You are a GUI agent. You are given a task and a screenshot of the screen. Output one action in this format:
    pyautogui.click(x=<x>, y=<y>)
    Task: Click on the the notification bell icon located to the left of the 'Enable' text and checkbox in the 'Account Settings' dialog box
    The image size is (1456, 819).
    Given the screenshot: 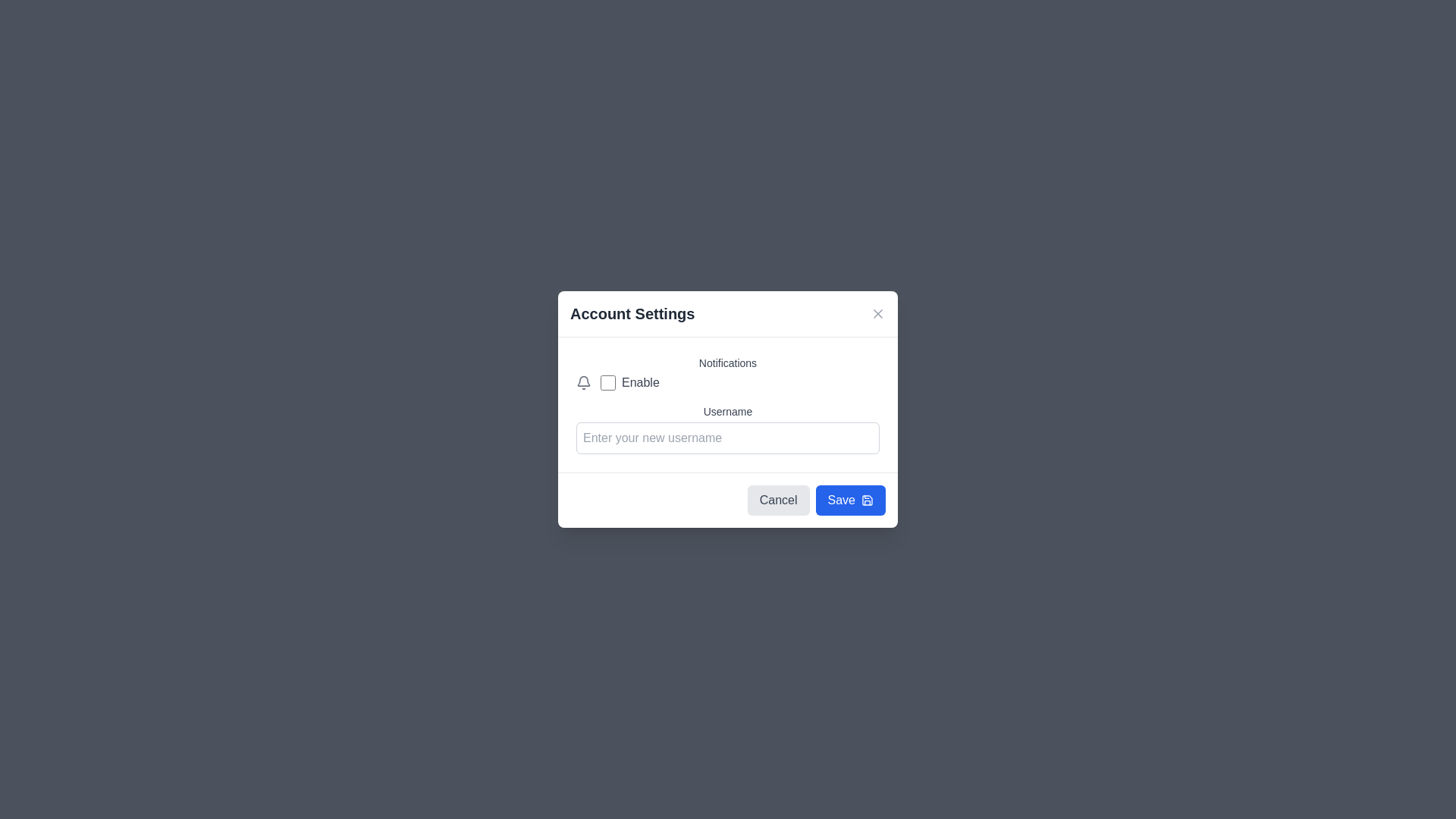 What is the action you would take?
    pyautogui.click(x=582, y=382)
    